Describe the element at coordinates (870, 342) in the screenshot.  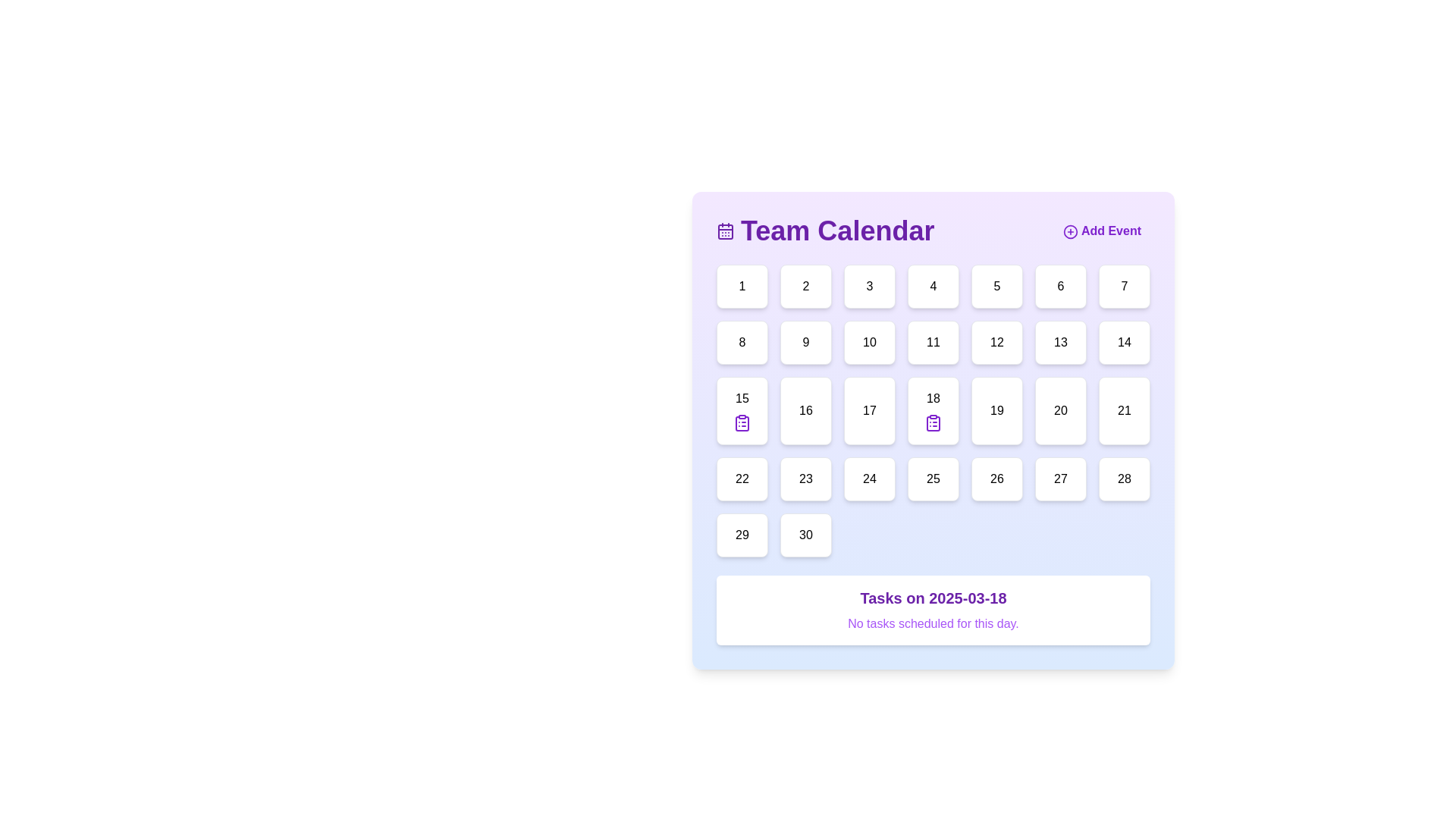
I see `the button displaying the number '10' in black text, which is a white rounded rectangle located in the 3rd position of the second row in the grid layout` at that location.